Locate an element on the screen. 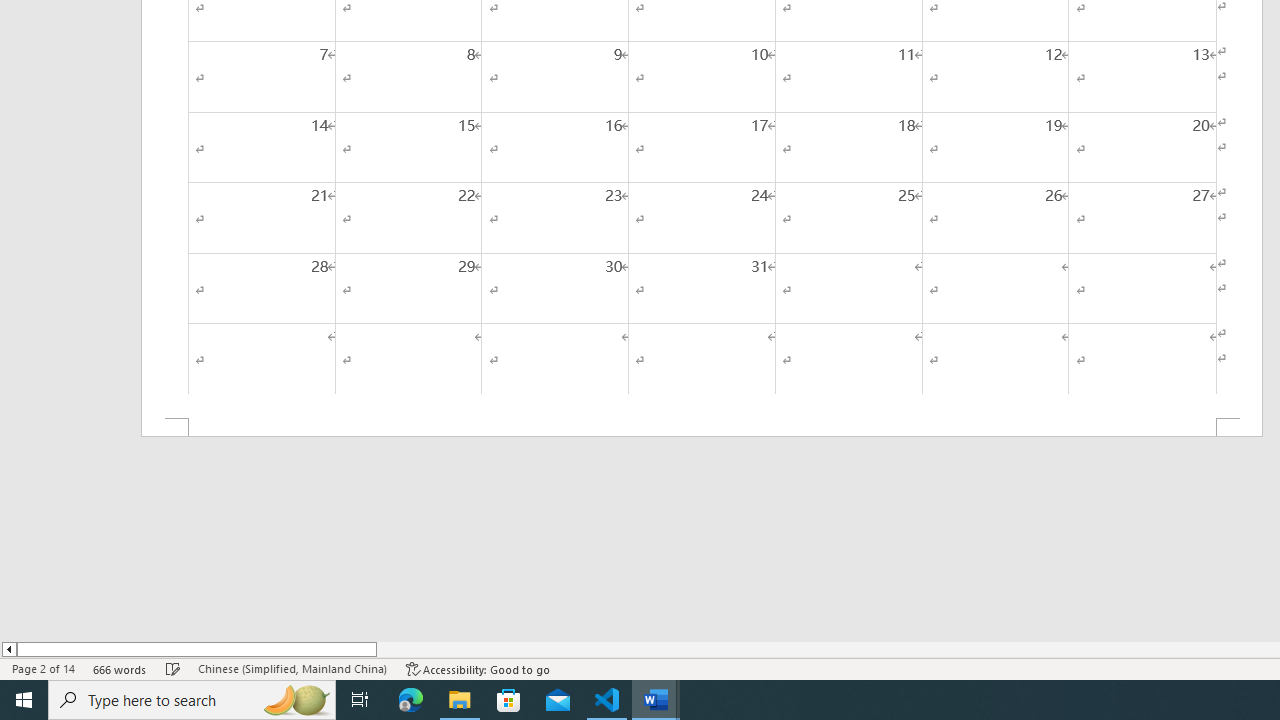  'Column left' is located at coordinates (8, 649).